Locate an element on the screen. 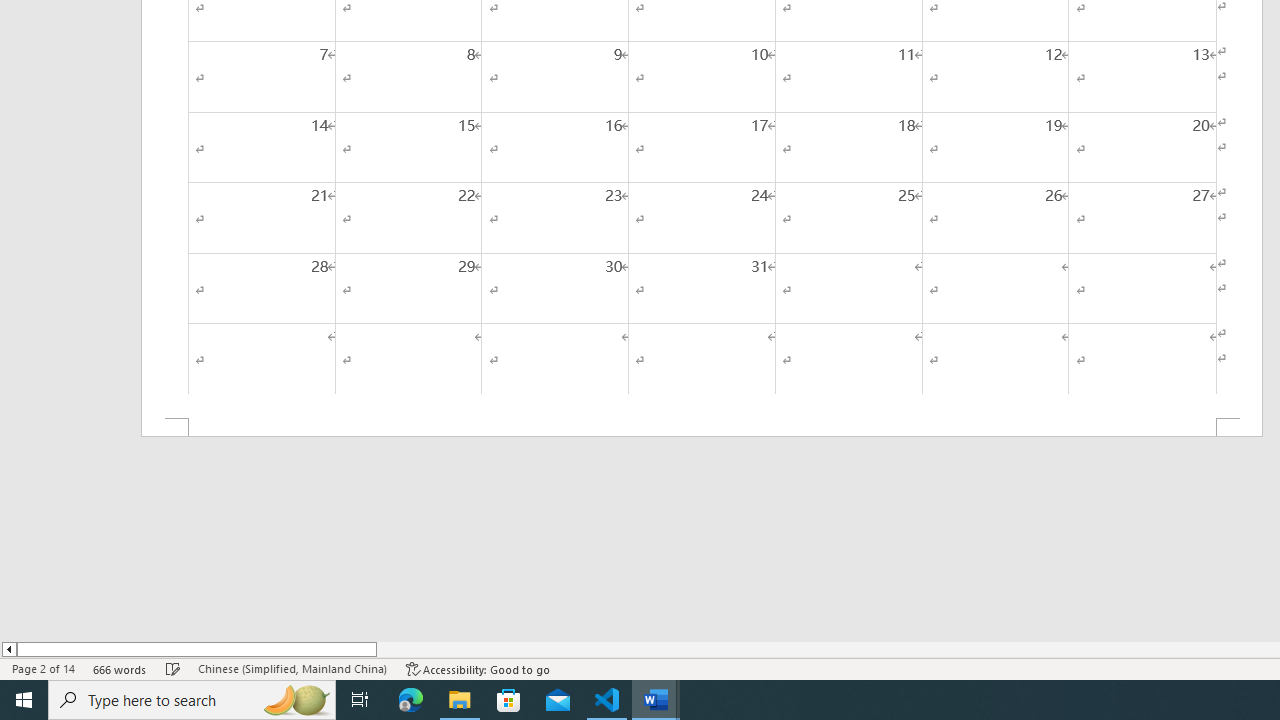  'Column left' is located at coordinates (8, 649).